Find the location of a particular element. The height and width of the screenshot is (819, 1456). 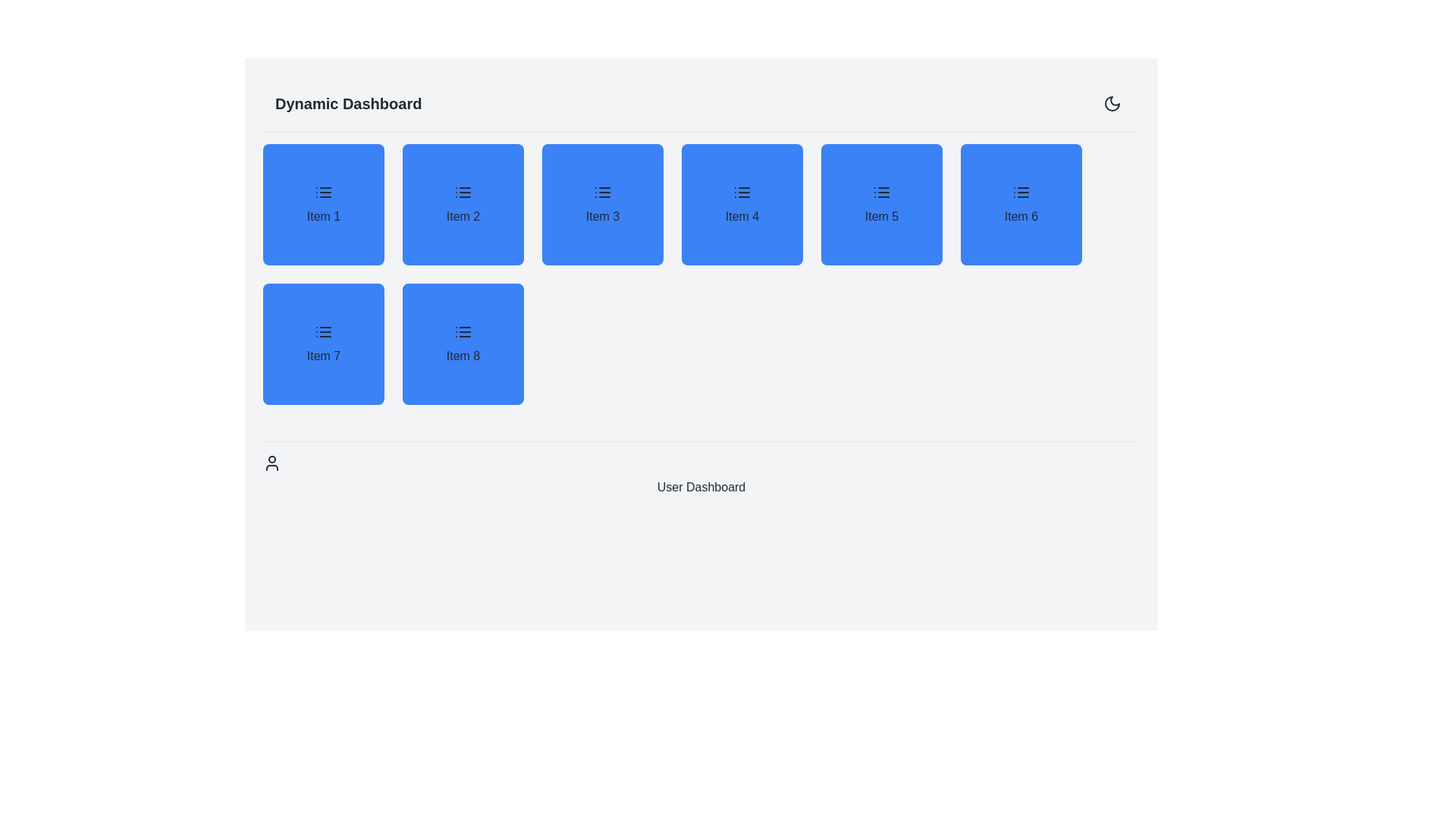

the fourth tile labeled 'Item 4' with a blue background and an icon of three horizontal lines is located at coordinates (742, 205).